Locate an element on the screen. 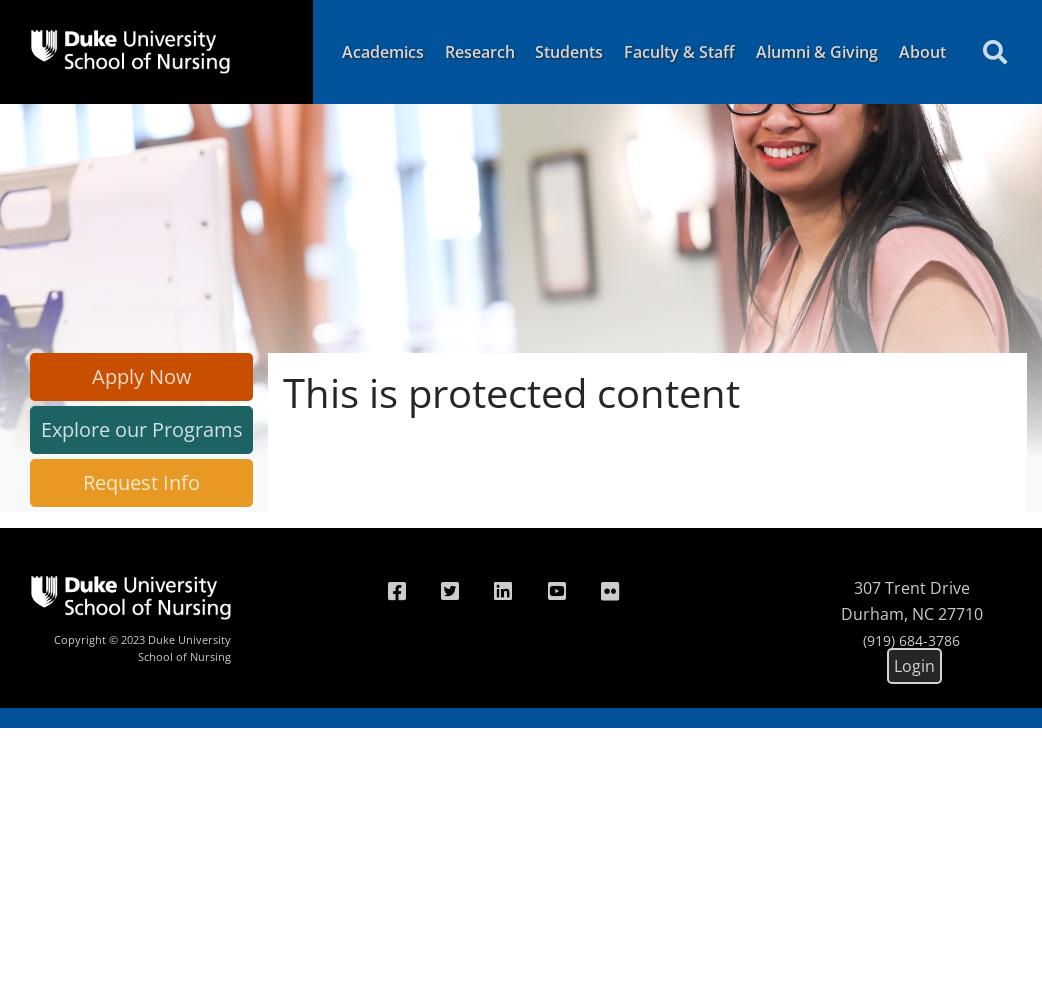 This screenshot has width=1042, height=1000. 'Now' is located at coordinates (167, 376).